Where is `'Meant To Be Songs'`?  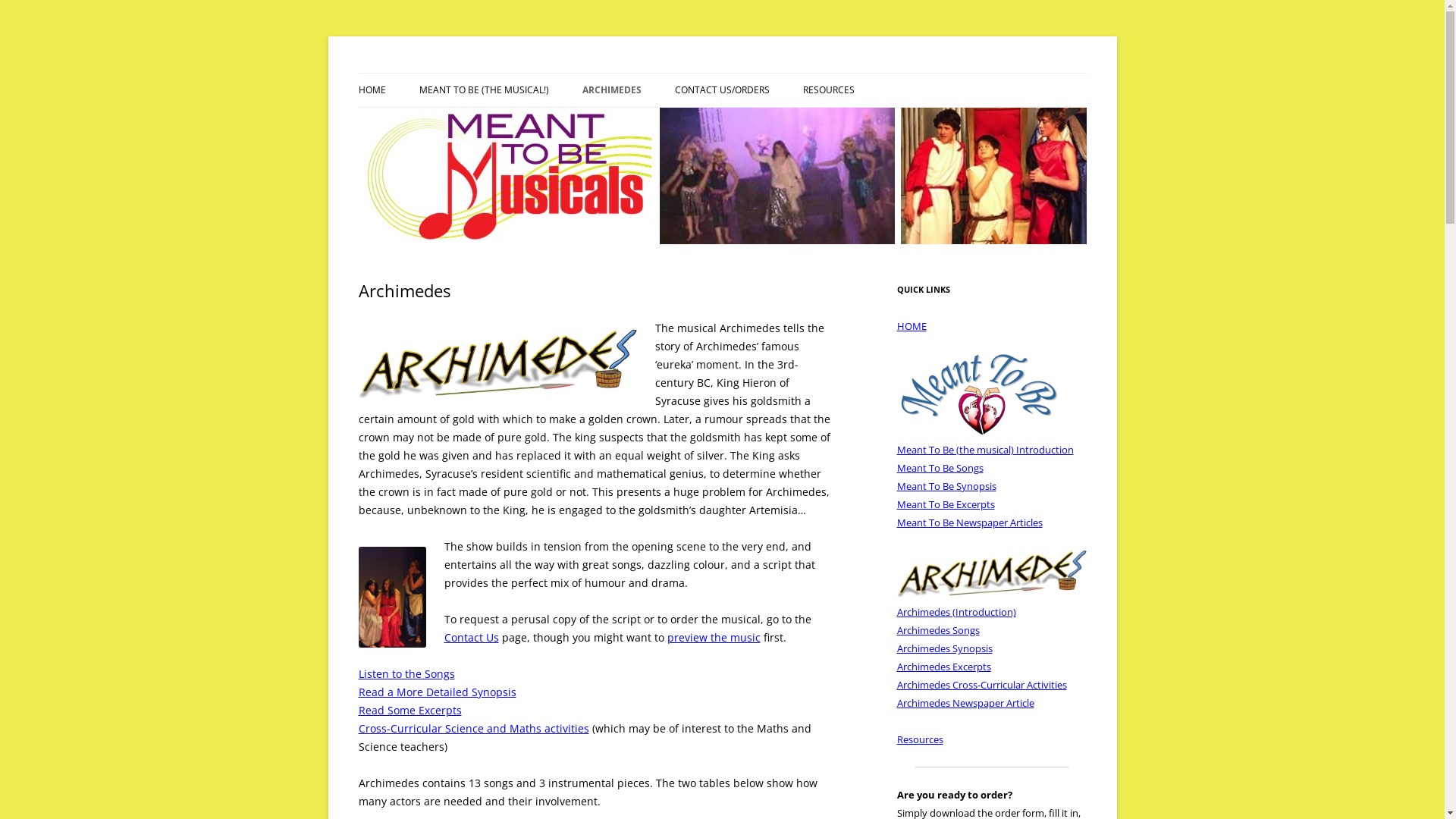 'Meant To Be Songs' is located at coordinates (938, 467).